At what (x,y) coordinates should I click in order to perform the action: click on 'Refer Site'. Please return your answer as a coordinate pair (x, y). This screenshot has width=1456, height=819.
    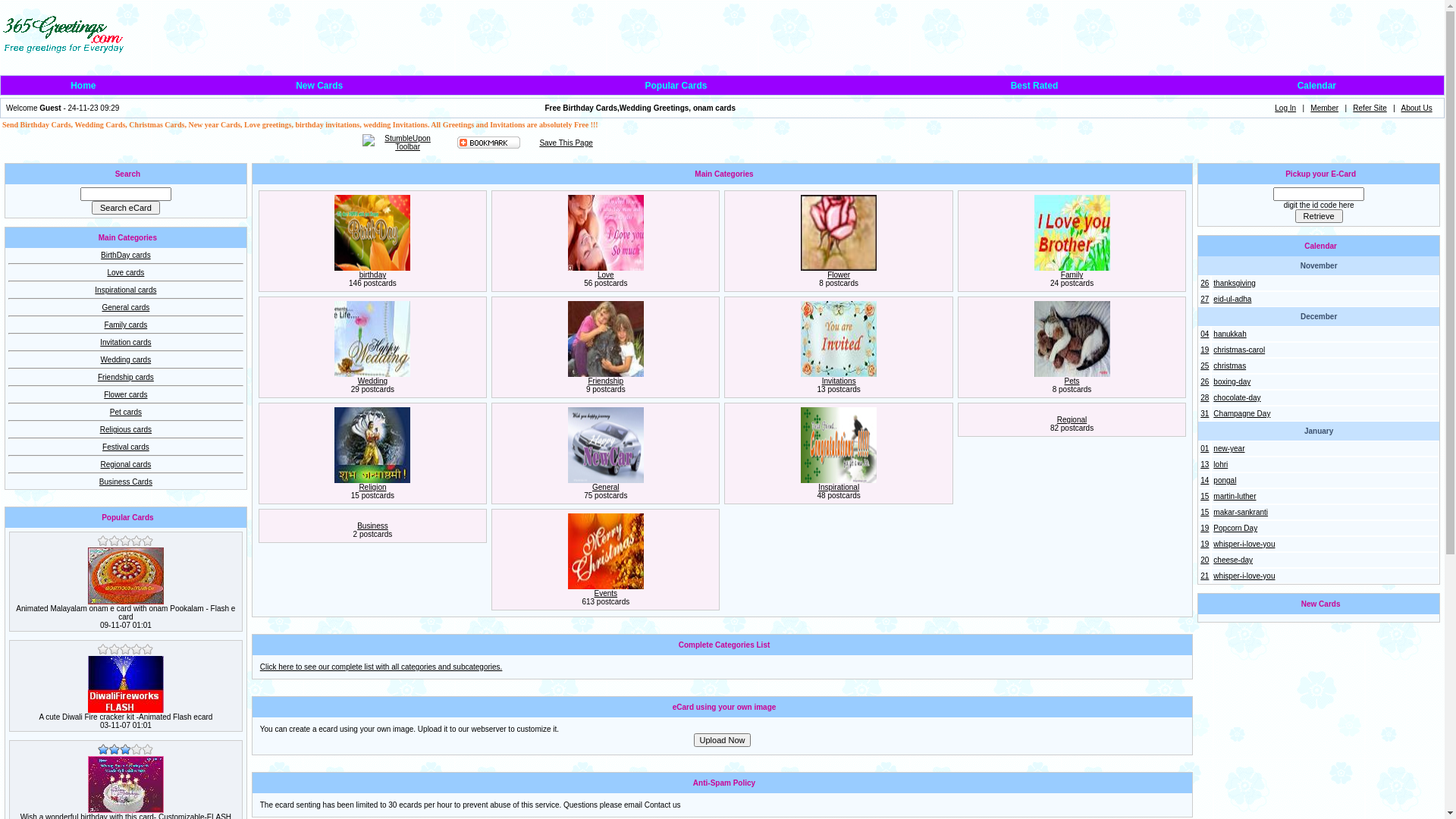
    Looking at the image, I should click on (1369, 107).